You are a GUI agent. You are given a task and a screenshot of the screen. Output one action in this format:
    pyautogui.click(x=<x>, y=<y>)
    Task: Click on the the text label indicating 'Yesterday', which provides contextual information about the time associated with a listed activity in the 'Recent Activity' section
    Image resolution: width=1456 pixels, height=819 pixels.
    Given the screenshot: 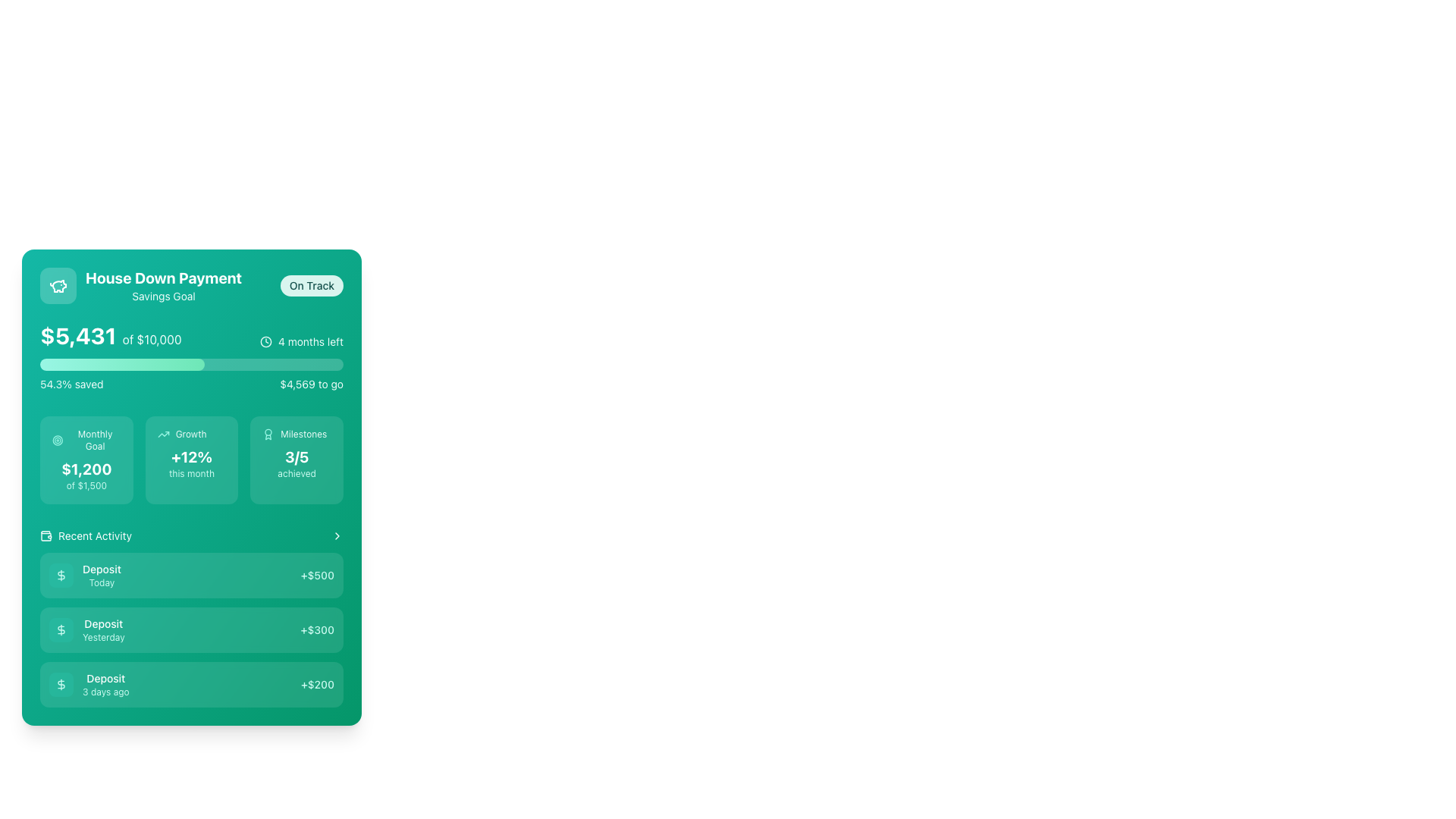 What is the action you would take?
    pyautogui.click(x=102, y=637)
    